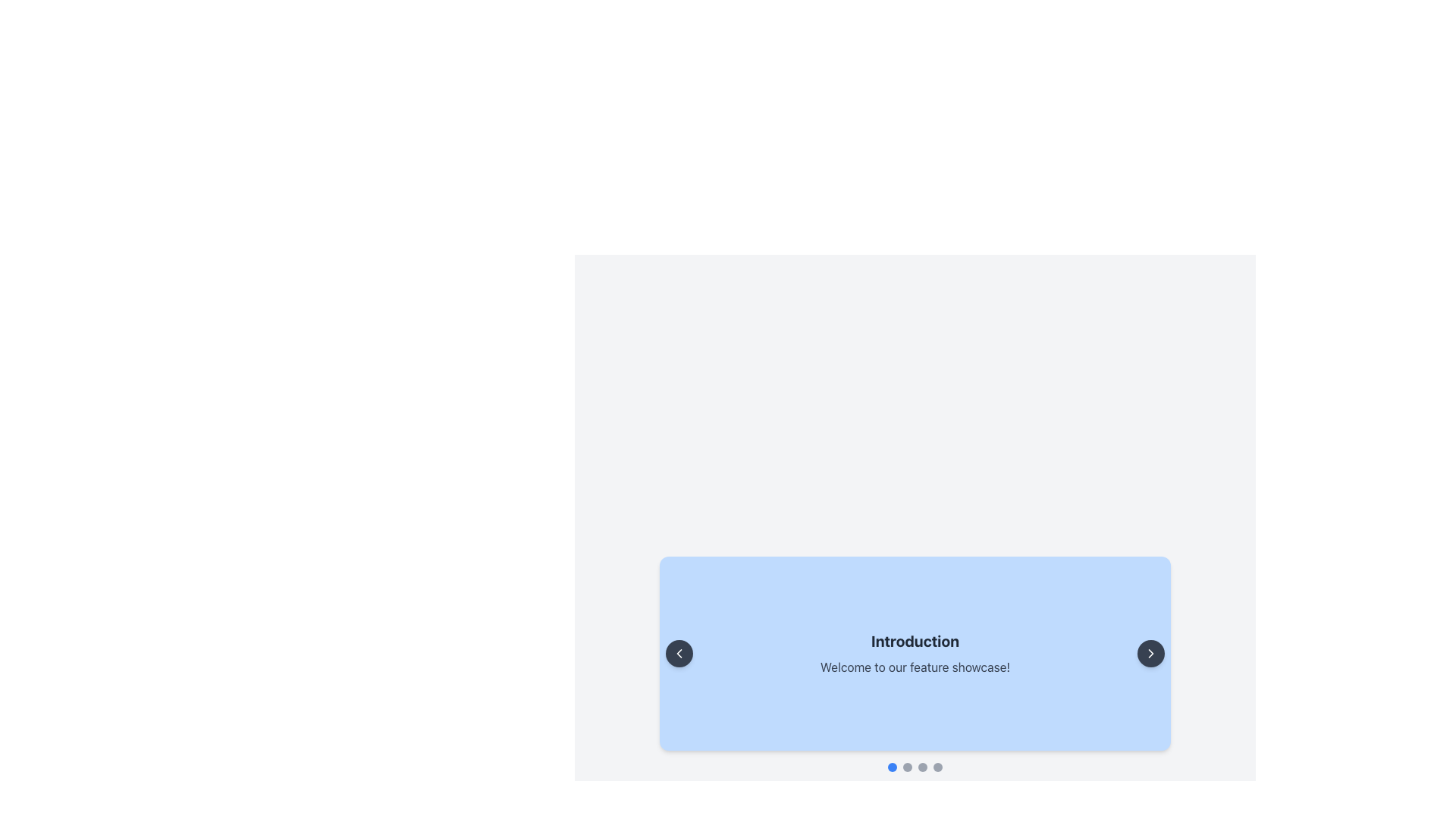 The height and width of the screenshot is (819, 1456). Describe the element at coordinates (922, 767) in the screenshot. I see `the third Interactive Pagination Dot` at that location.